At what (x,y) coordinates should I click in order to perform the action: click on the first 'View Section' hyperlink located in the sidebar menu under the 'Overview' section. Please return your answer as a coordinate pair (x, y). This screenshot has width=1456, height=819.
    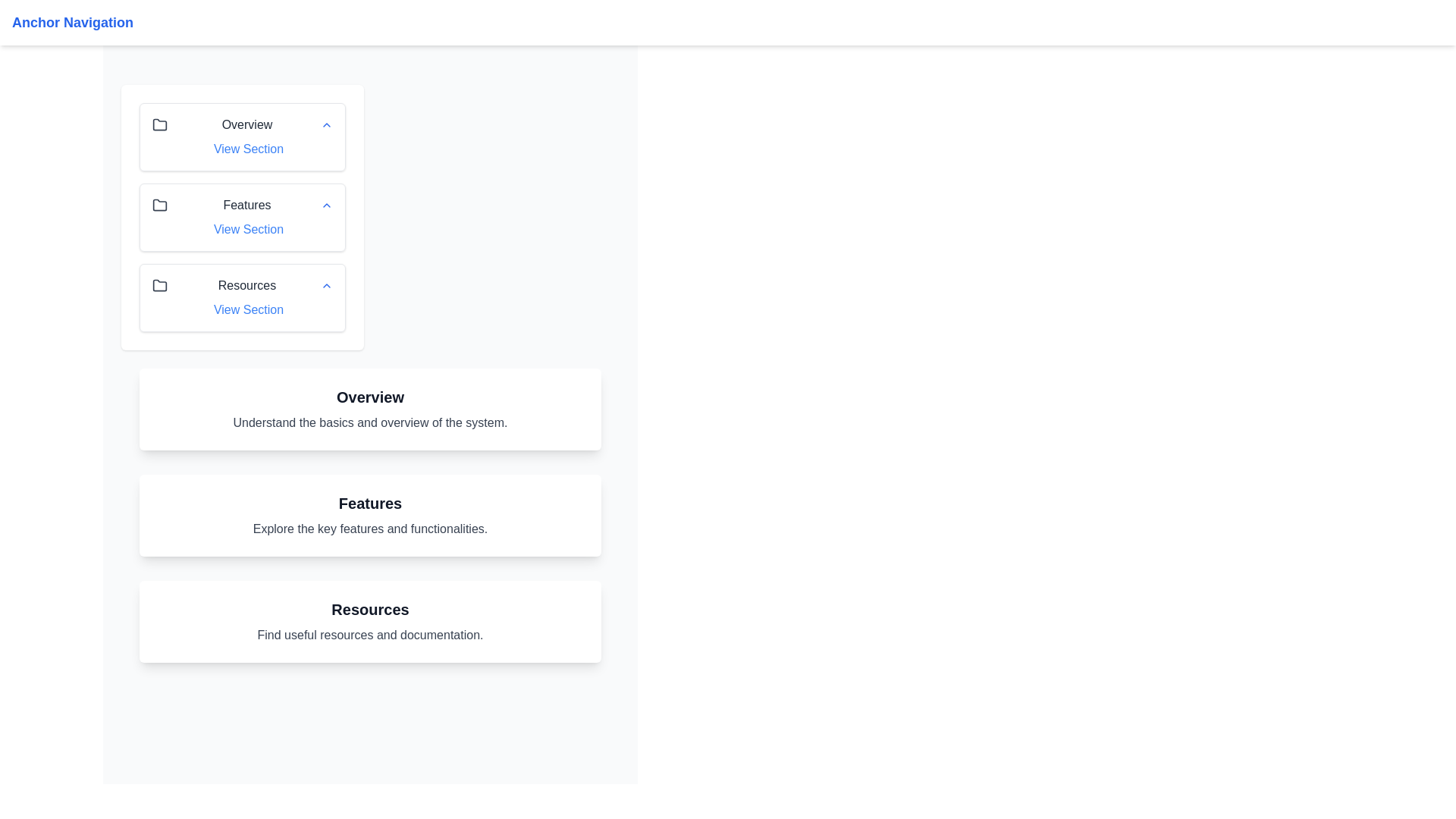
    Looking at the image, I should click on (248, 149).